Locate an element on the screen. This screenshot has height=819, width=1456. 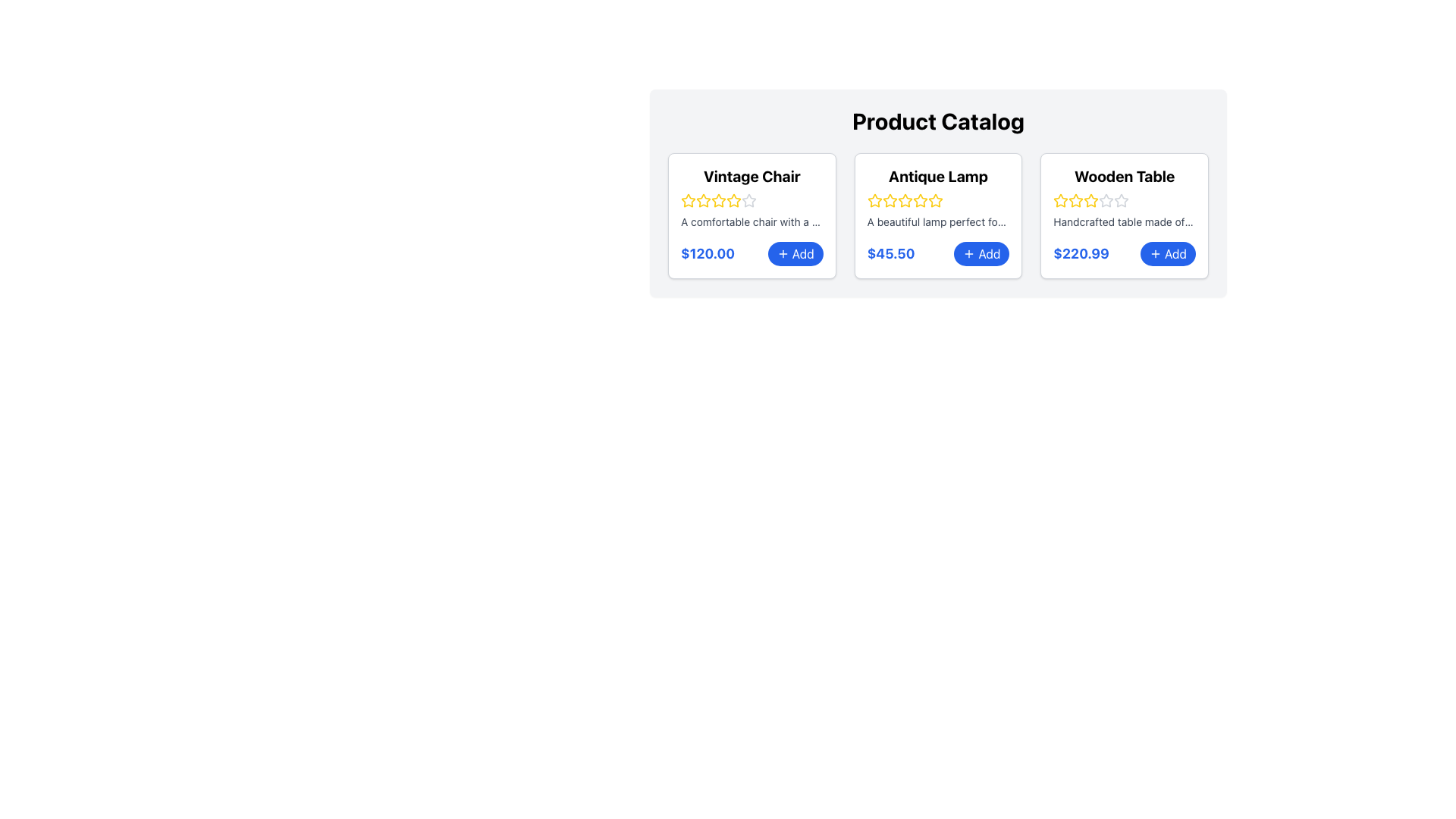
the 'Add' SVG Icon located within the 'Add' button of the 'Wooden Table' product card is located at coordinates (1154, 253).